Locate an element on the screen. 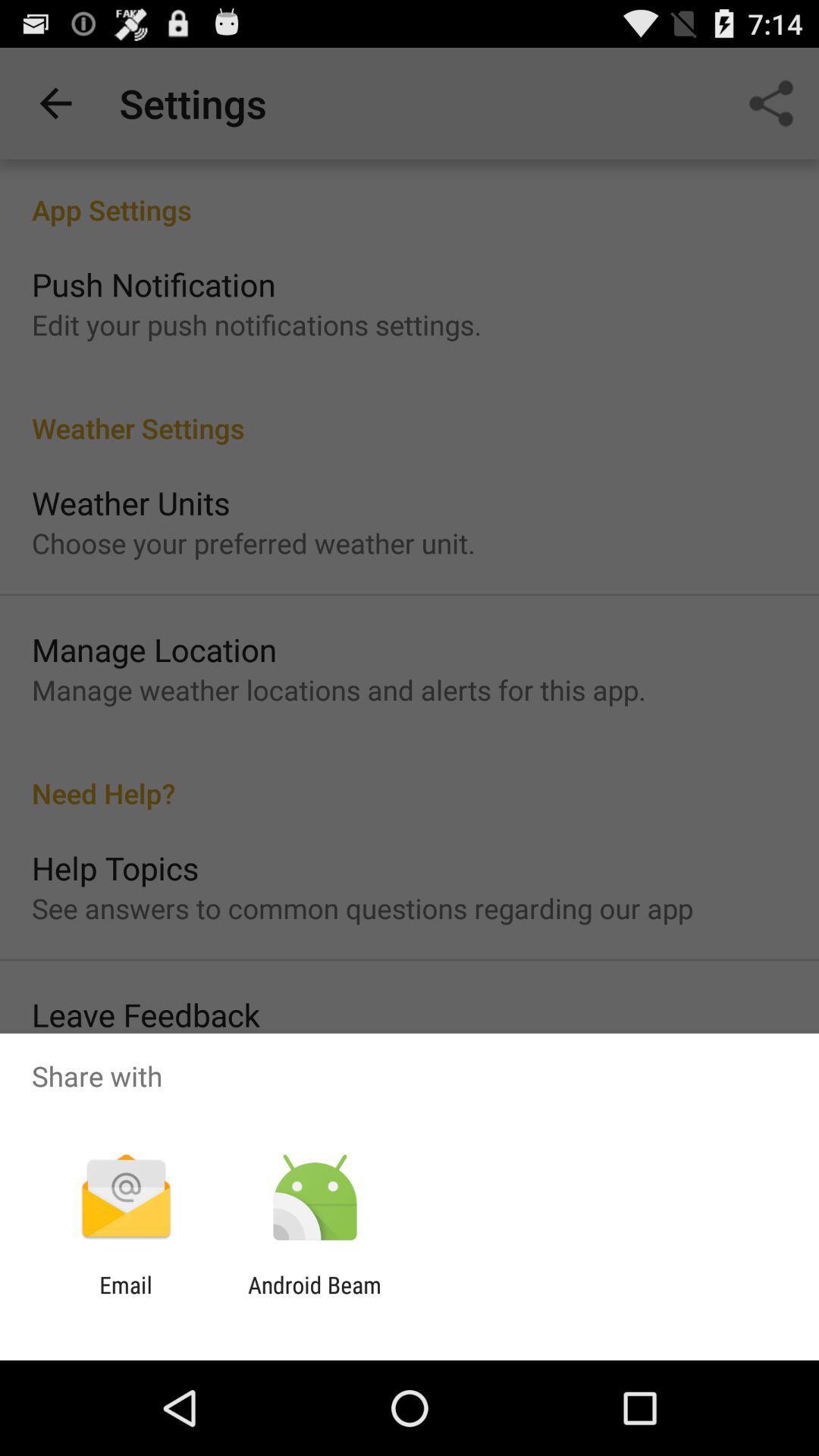 This screenshot has height=1456, width=819. the item next to the email is located at coordinates (314, 1298).